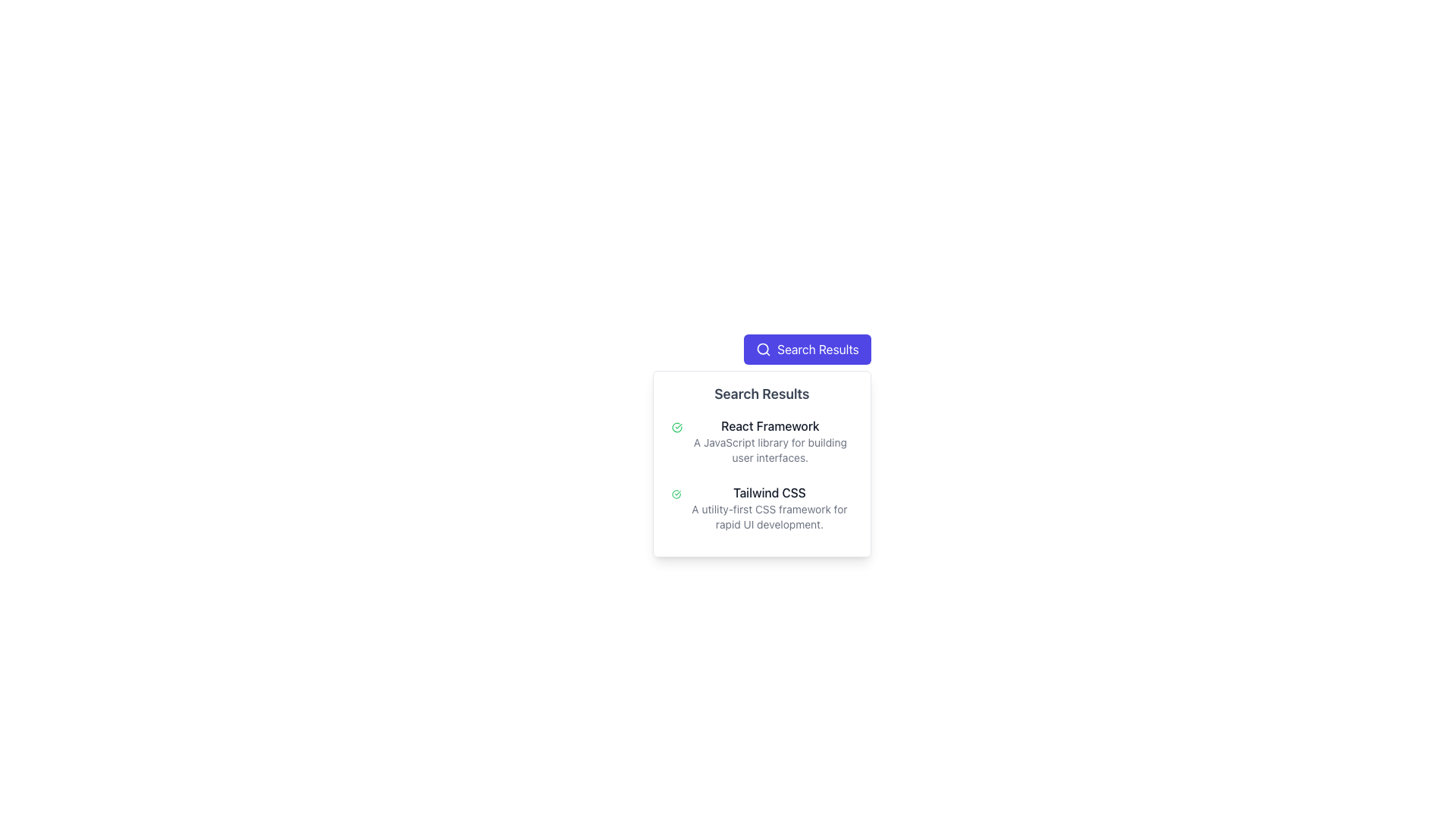  What do you see at coordinates (770, 493) in the screenshot?
I see `the 'Tailwind CSS' text label, which is displayed in a dark, bold font style` at bounding box center [770, 493].